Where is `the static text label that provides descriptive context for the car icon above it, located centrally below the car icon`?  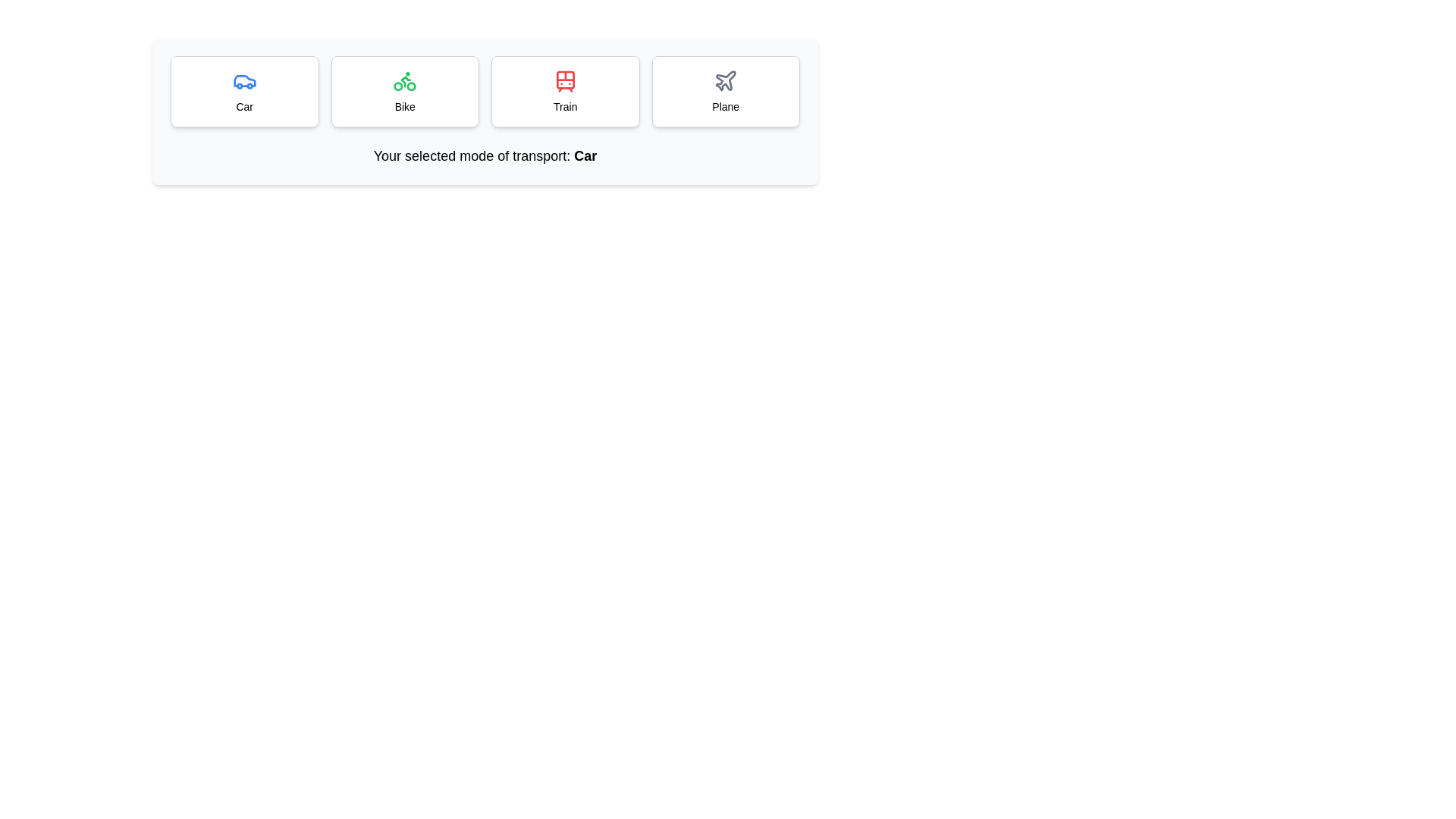 the static text label that provides descriptive context for the car icon above it, located centrally below the car icon is located at coordinates (244, 106).